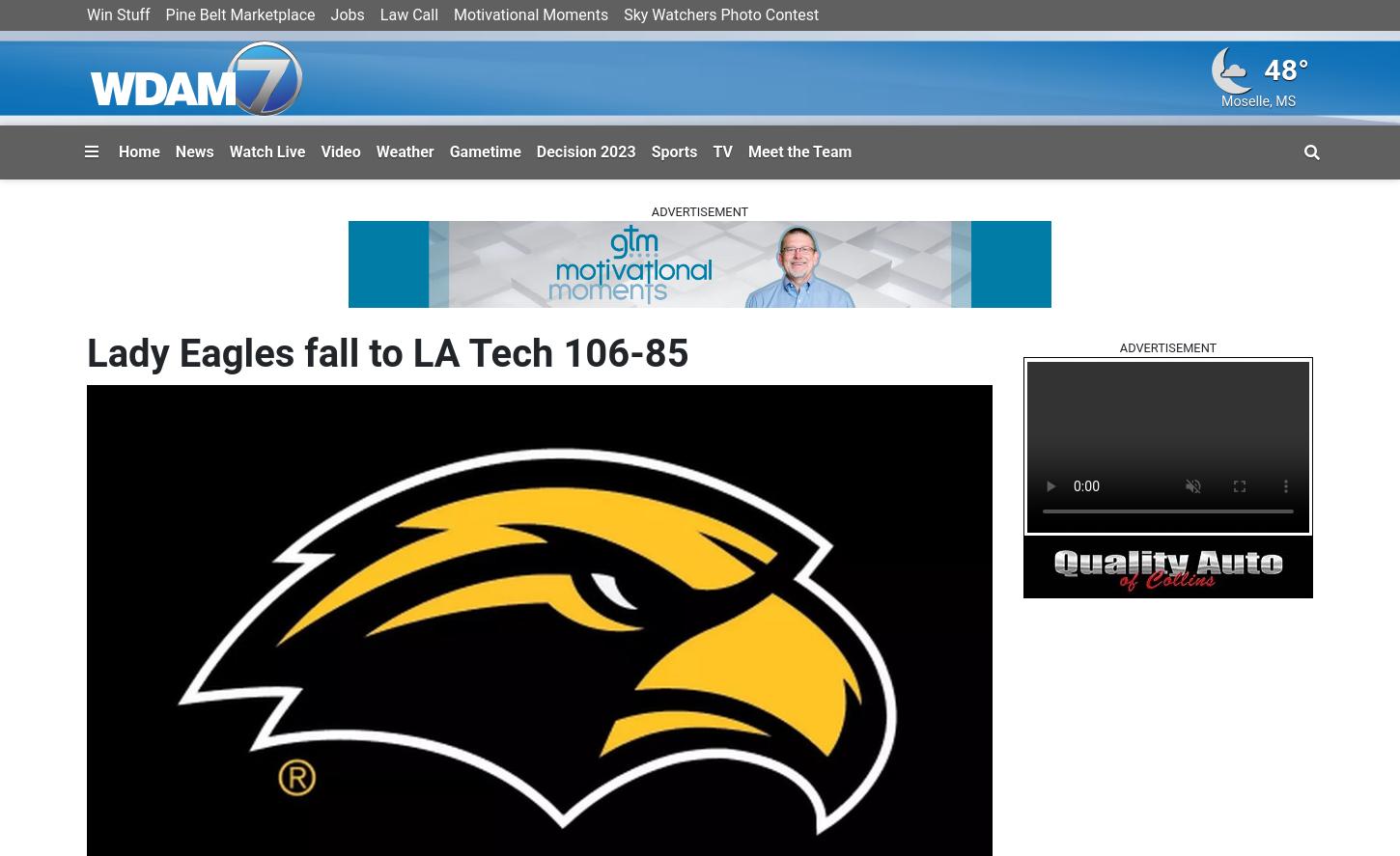 This screenshot has height=856, width=1400. I want to click on 'Sports', so click(673, 150).